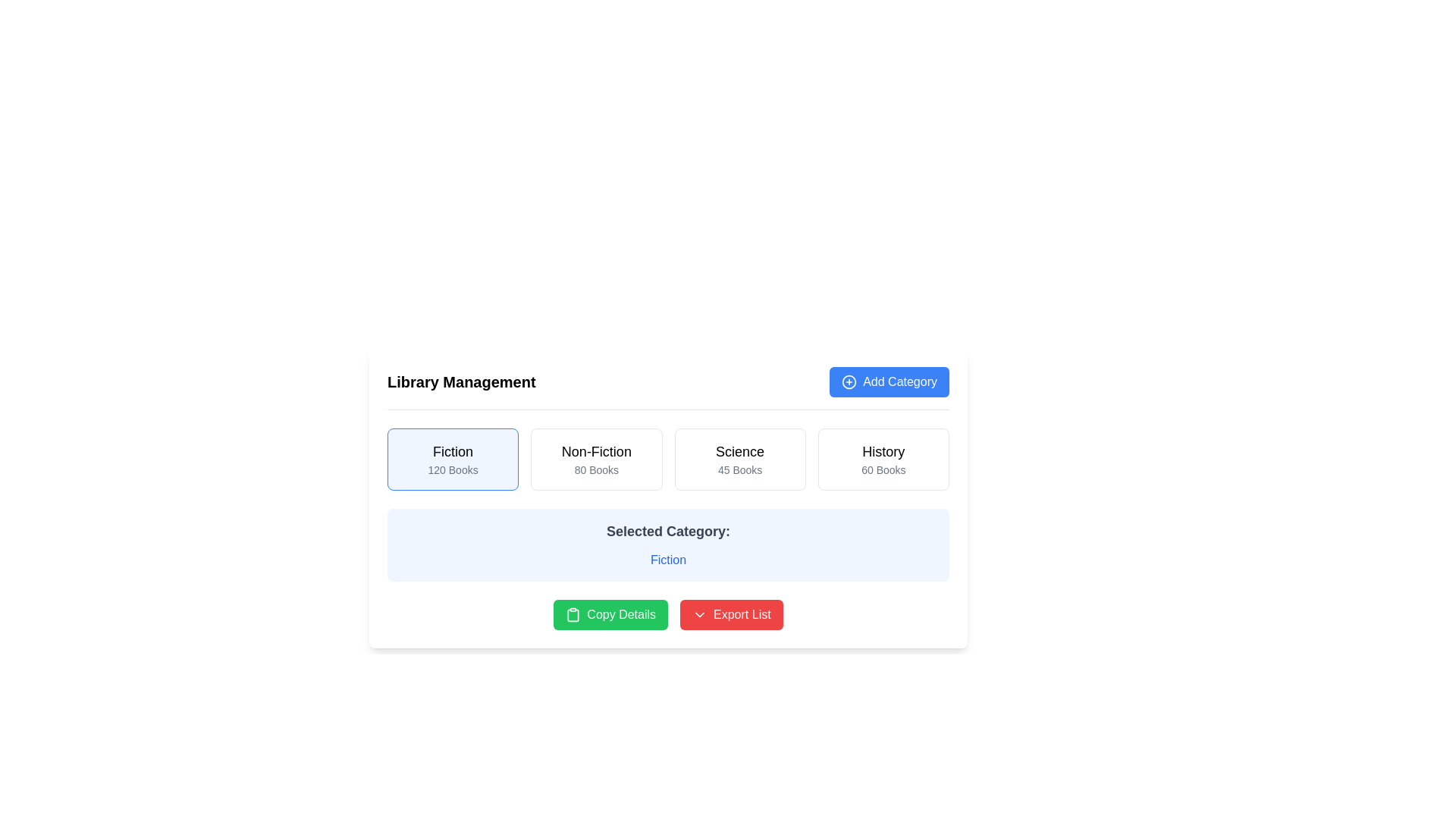  Describe the element at coordinates (573, 614) in the screenshot. I see `the clipboard-shaped icon located to the left of the 'Copy Details' text within the green rounded rectangle button at the bottom-center of the interface` at that location.